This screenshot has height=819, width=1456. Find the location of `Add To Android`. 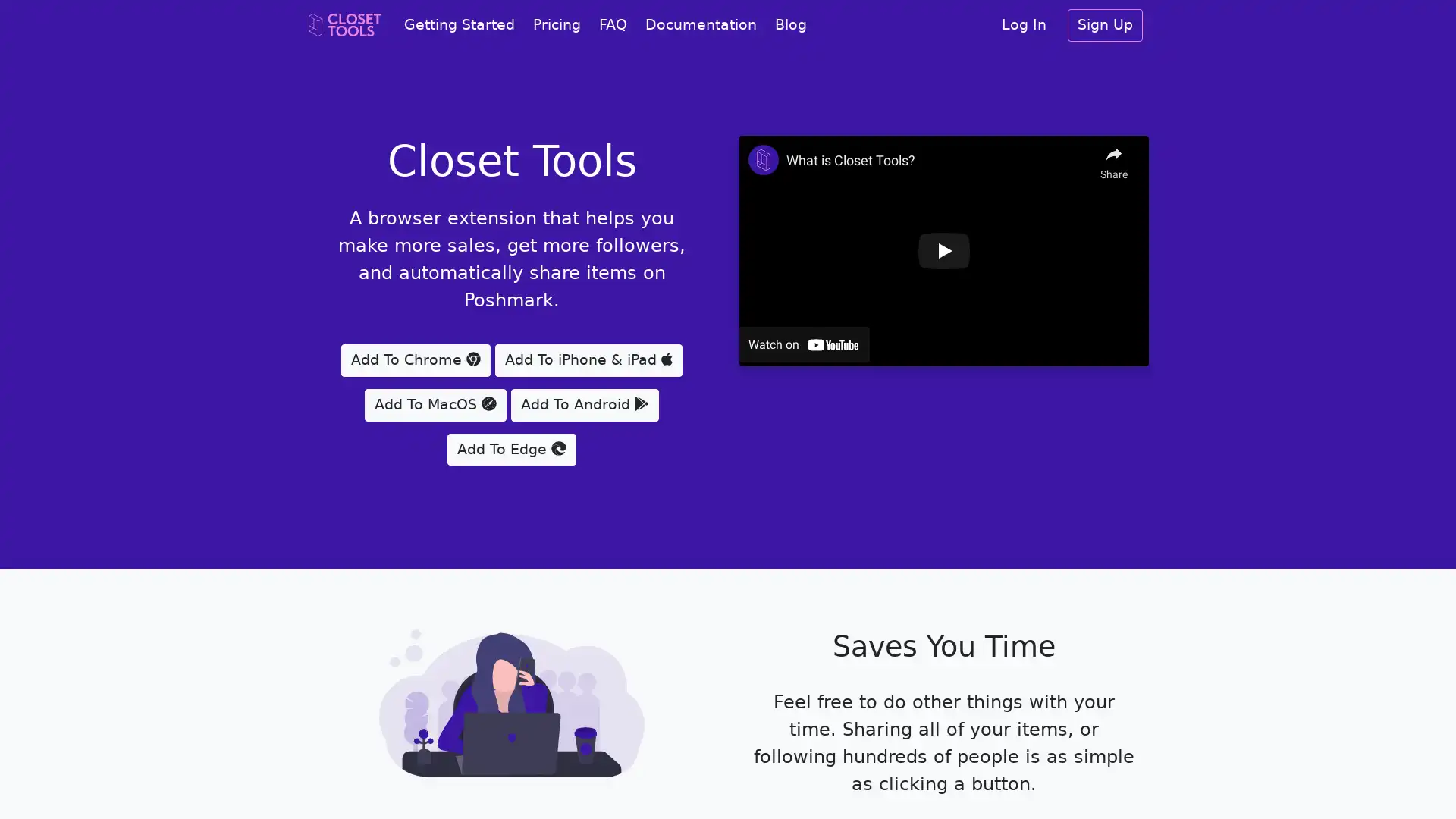

Add To Android is located at coordinates (583, 403).